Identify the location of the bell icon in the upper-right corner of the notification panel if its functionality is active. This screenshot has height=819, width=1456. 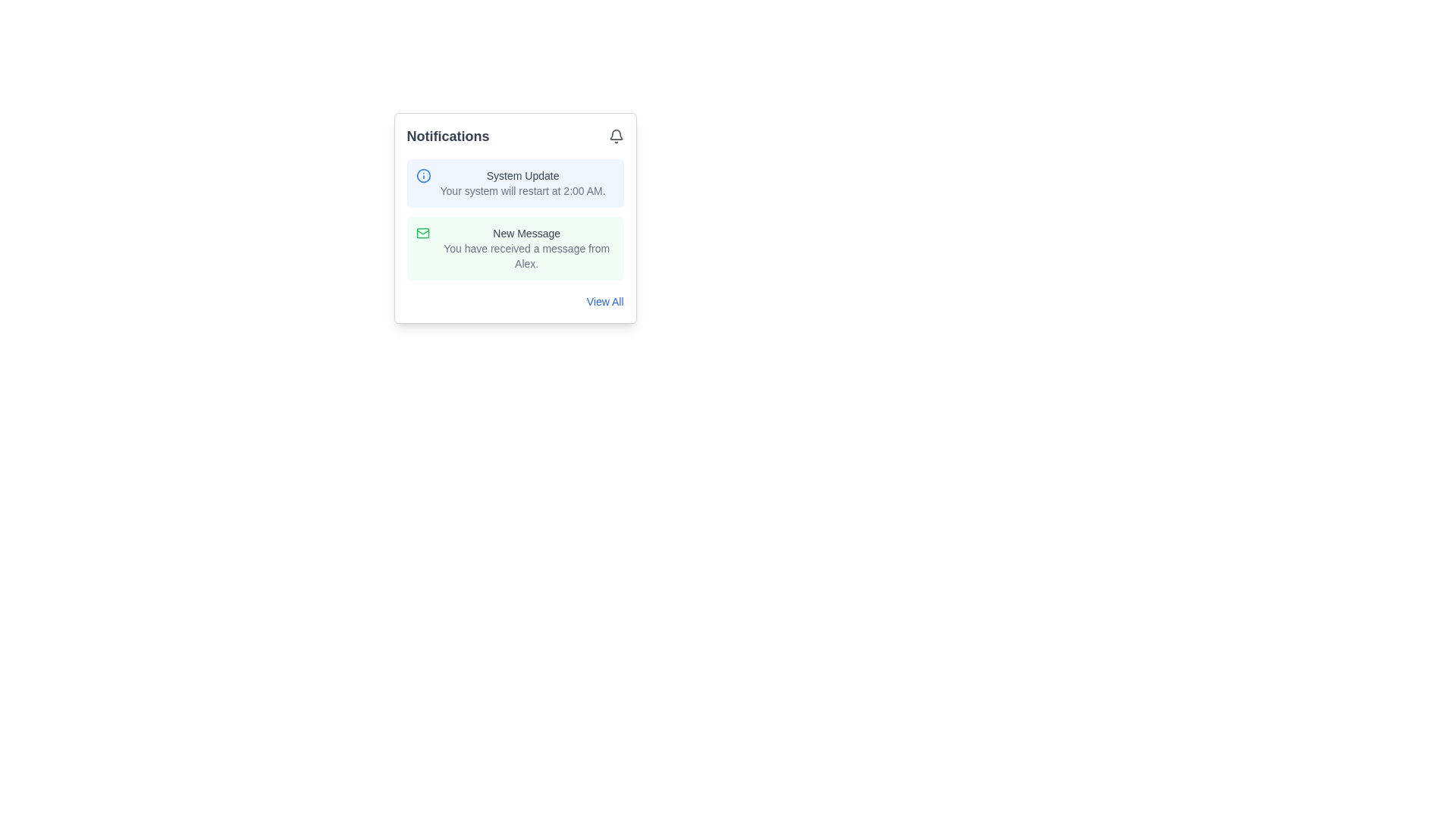
(615, 133).